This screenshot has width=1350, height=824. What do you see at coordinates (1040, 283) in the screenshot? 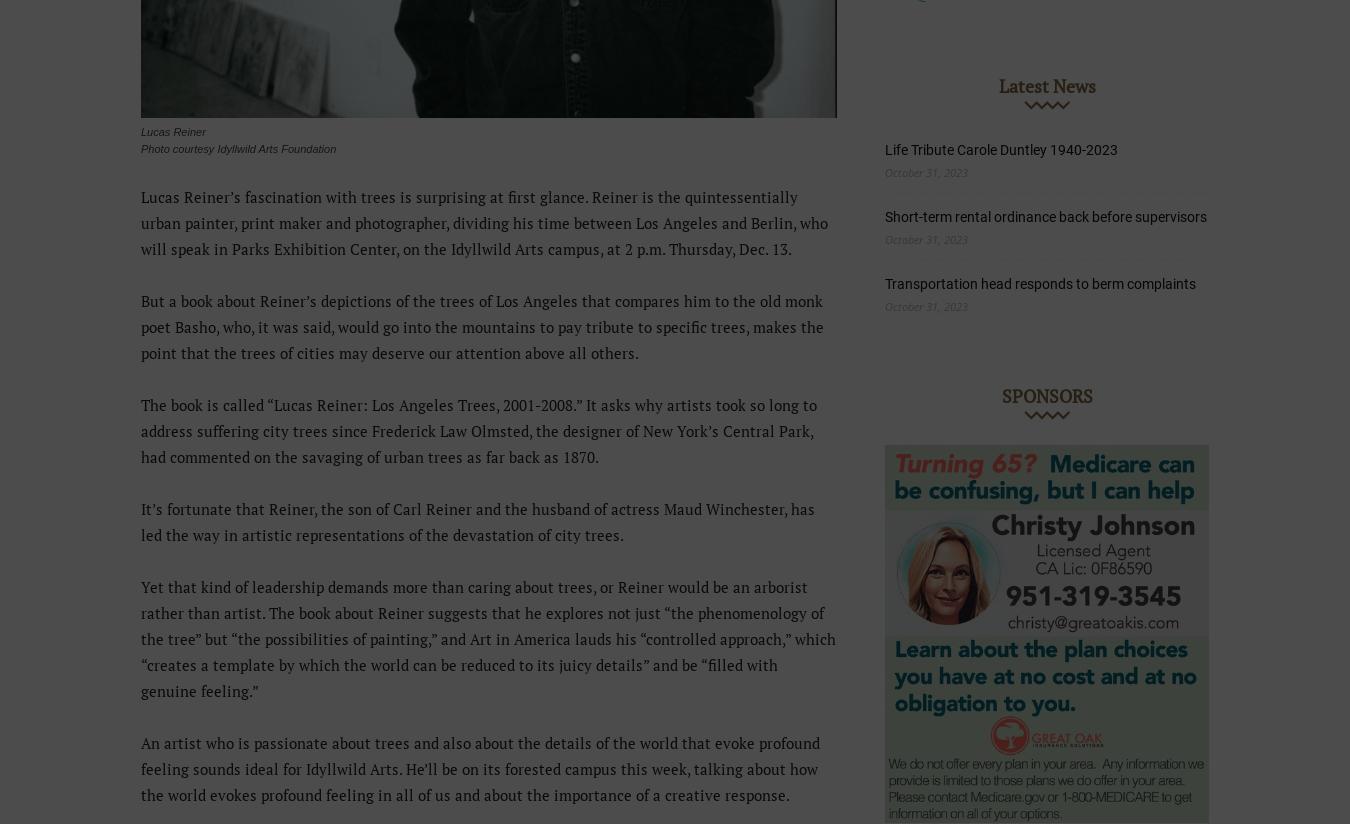
I see `'Transportation head responds to berm complaints'` at bounding box center [1040, 283].